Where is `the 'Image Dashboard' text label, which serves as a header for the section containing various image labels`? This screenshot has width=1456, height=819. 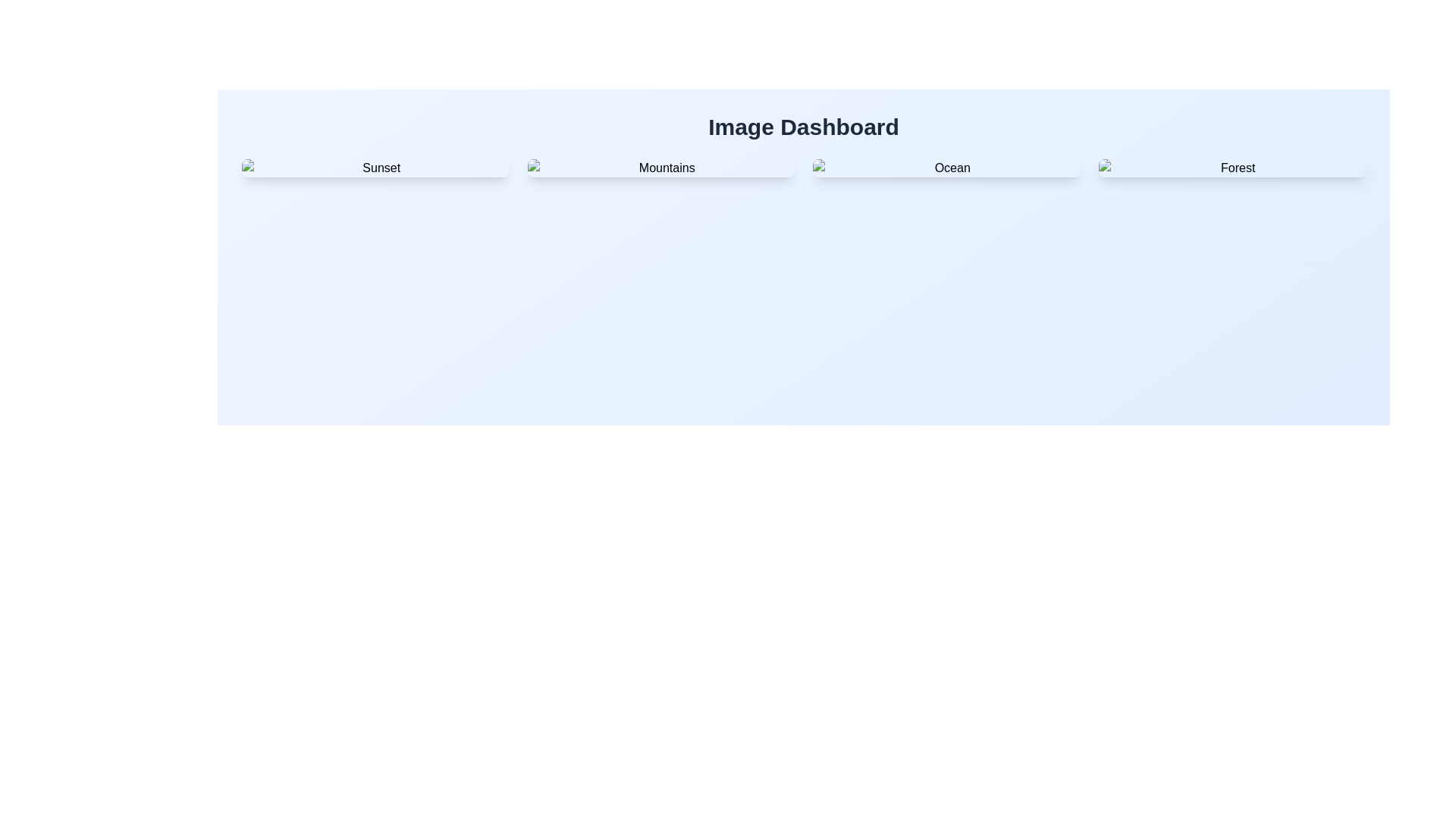
the 'Image Dashboard' text label, which serves as a header for the section containing various image labels is located at coordinates (803, 127).